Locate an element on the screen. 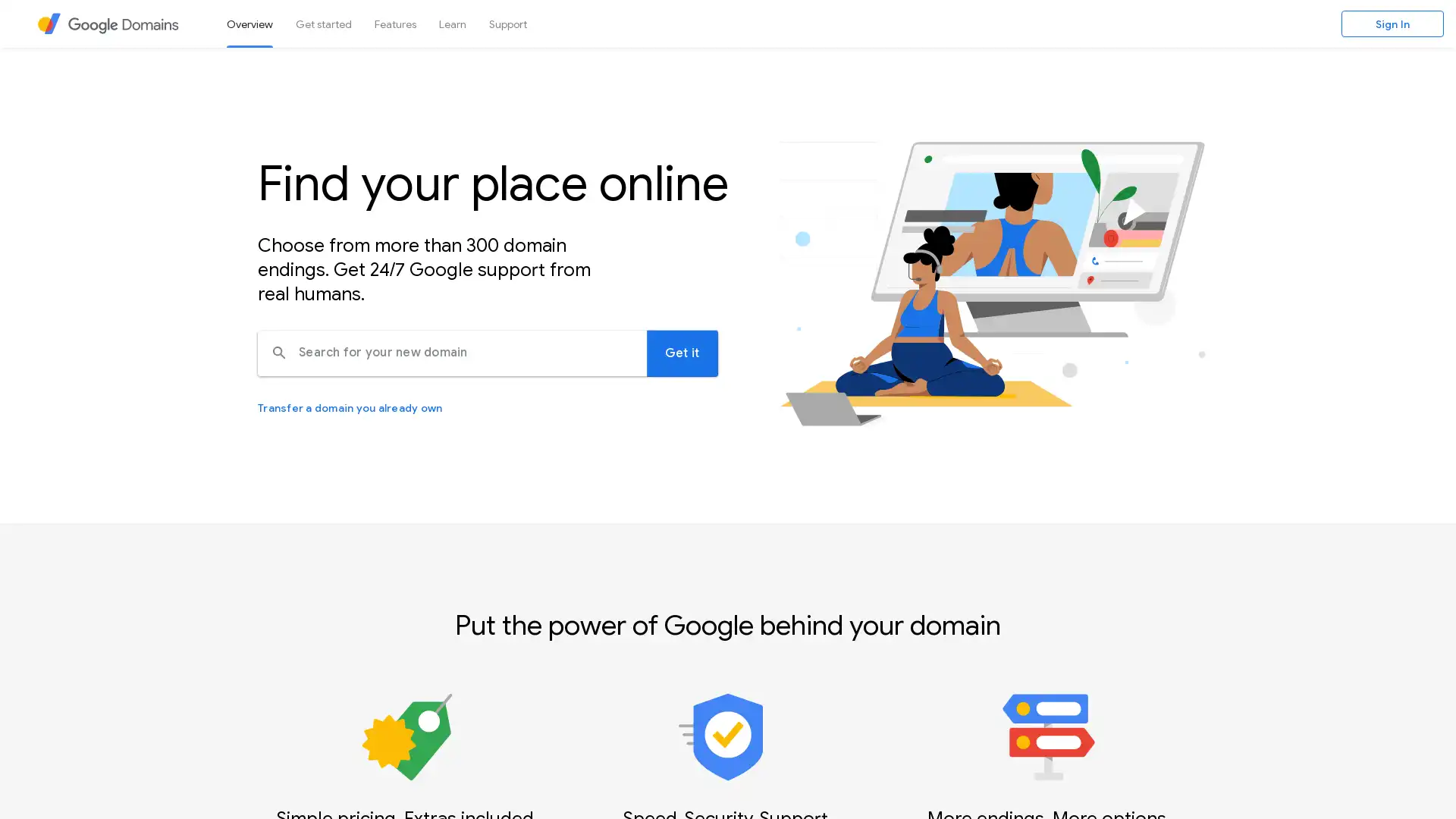 The image size is (1456, 819). Sign In is located at coordinates (1392, 24).